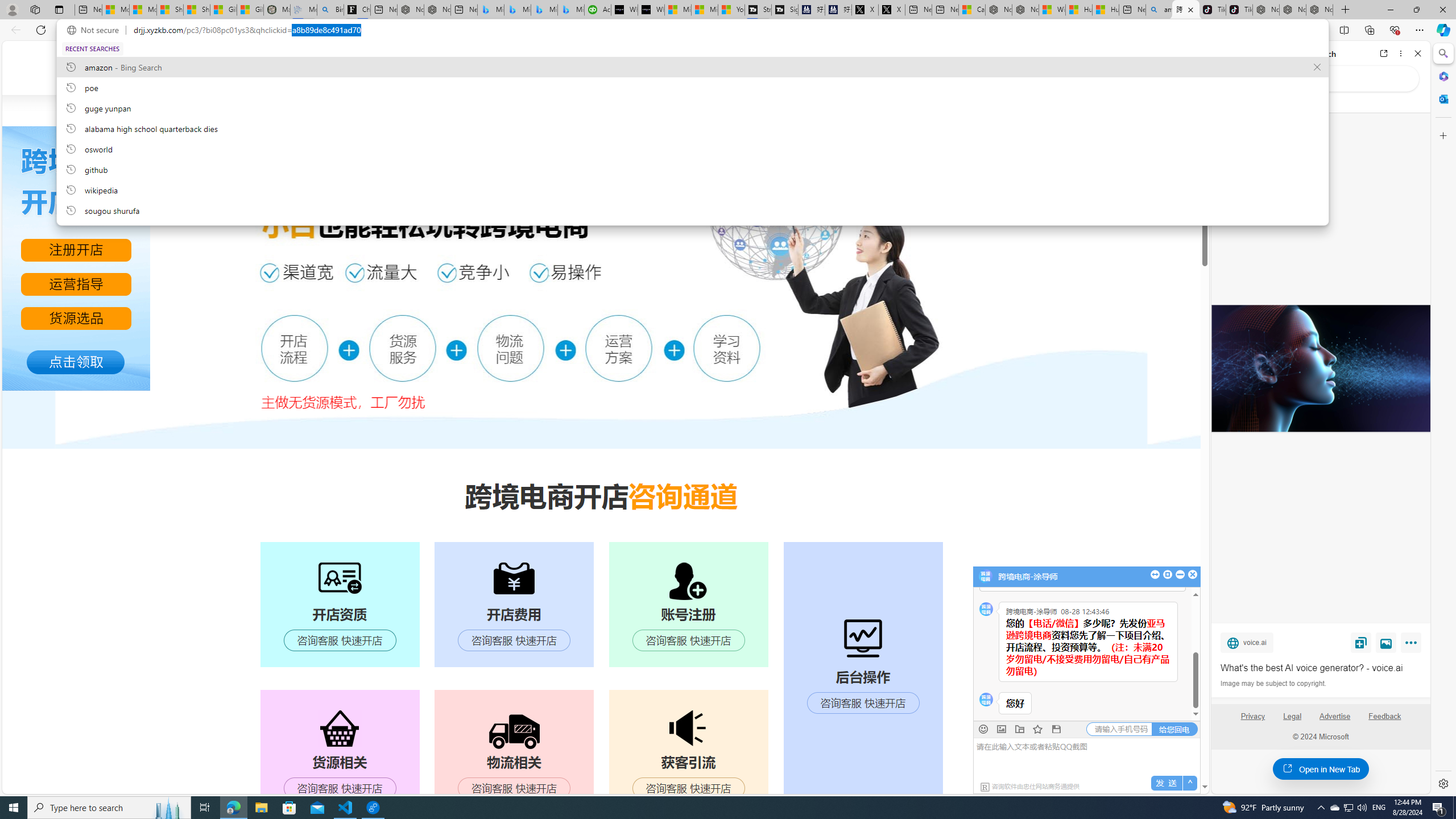 The width and height of the screenshot is (1456, 819). I want to click on 'Remove suggestion', so click(1317, 67).